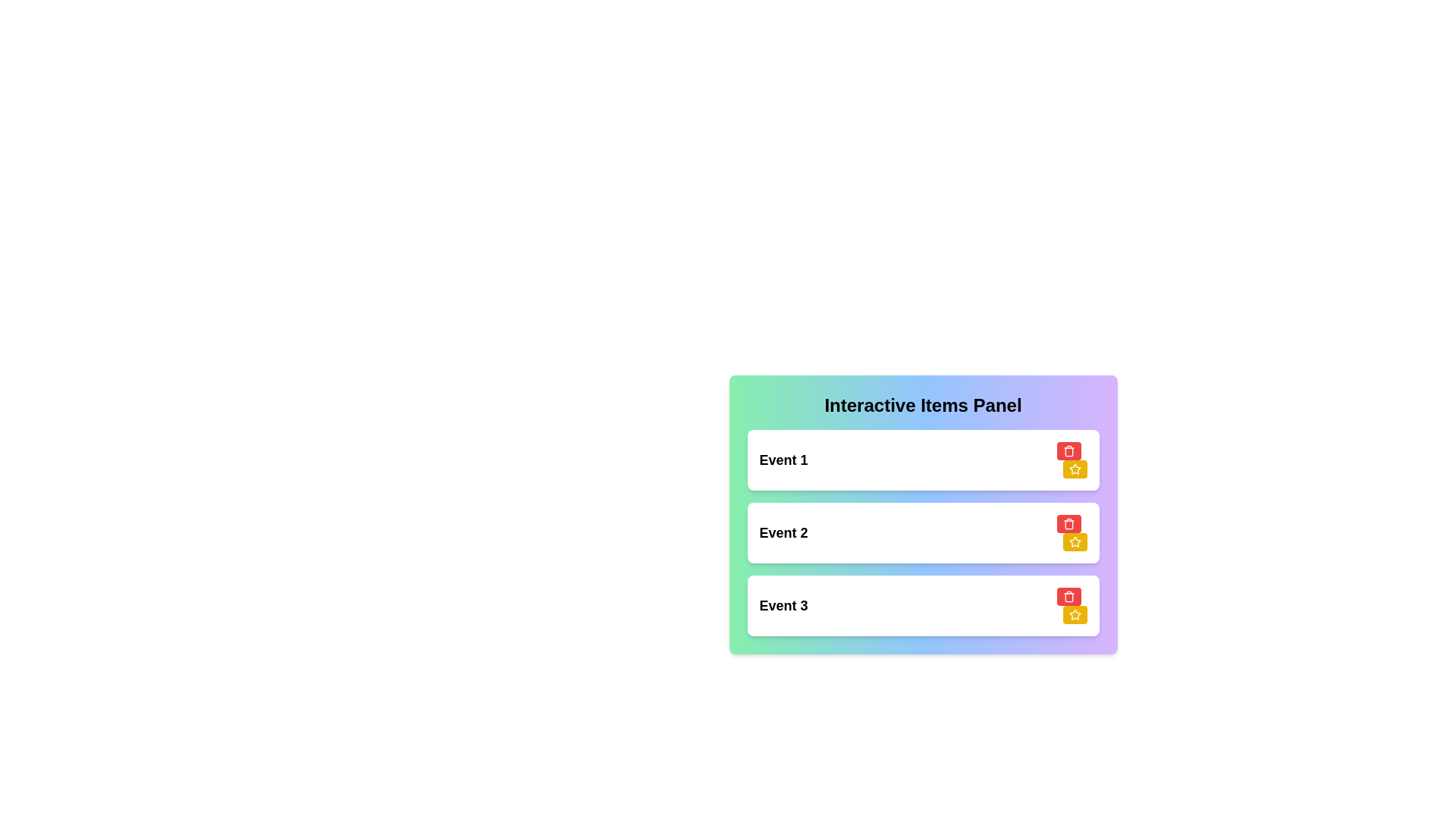 This screenshot has height=819, width=1456. Describe the element at coordinates (1068, 597) in the screenshot. I see `the central component of the trash can icon, which visually represents a delete action, for visual feedback` at that location.